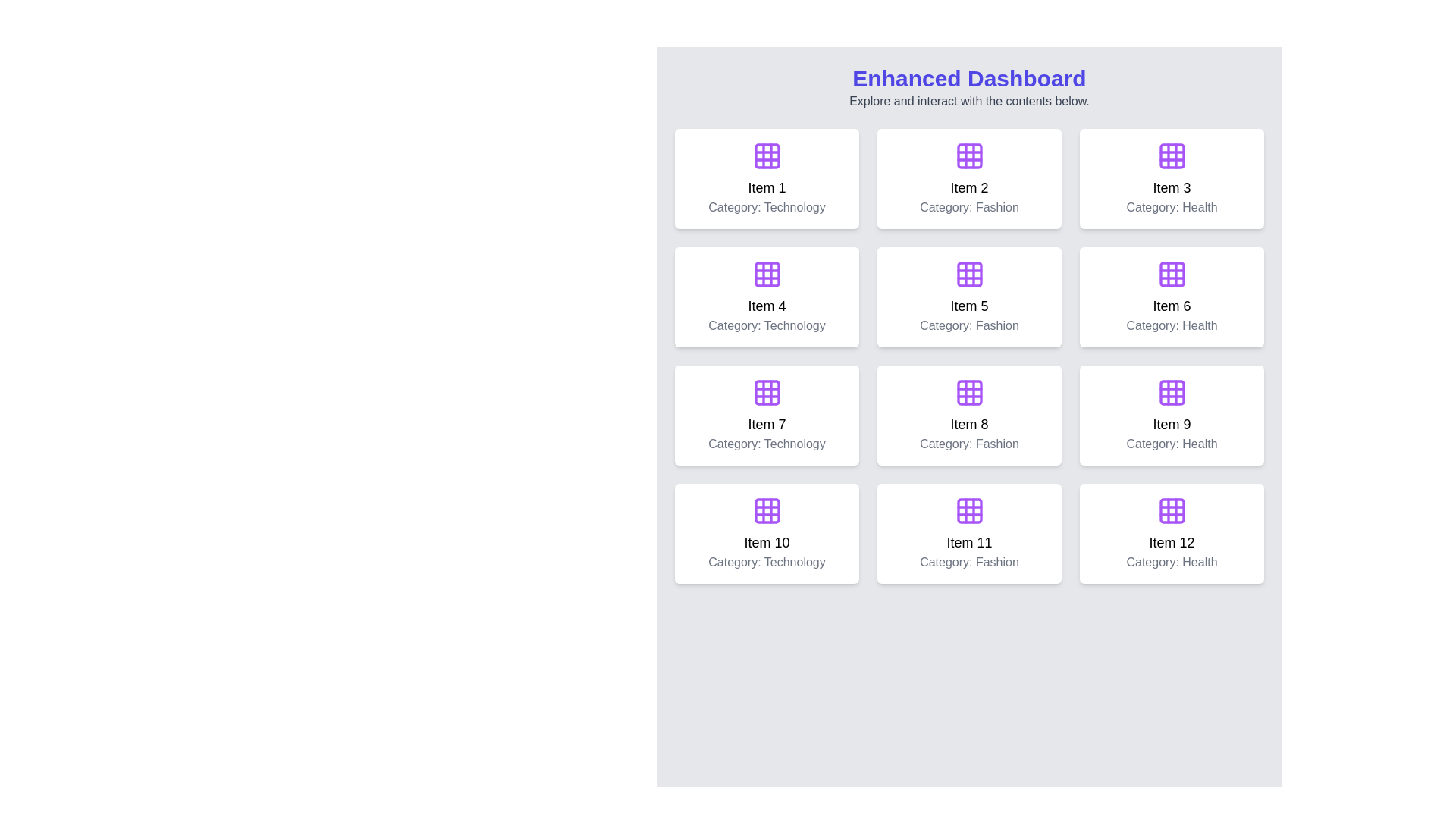  I want to click on the text label indicating 'Item 9' located in the ninth card of the grid layout, positioned above the 'Category: Health' text, so click(1171, 424).